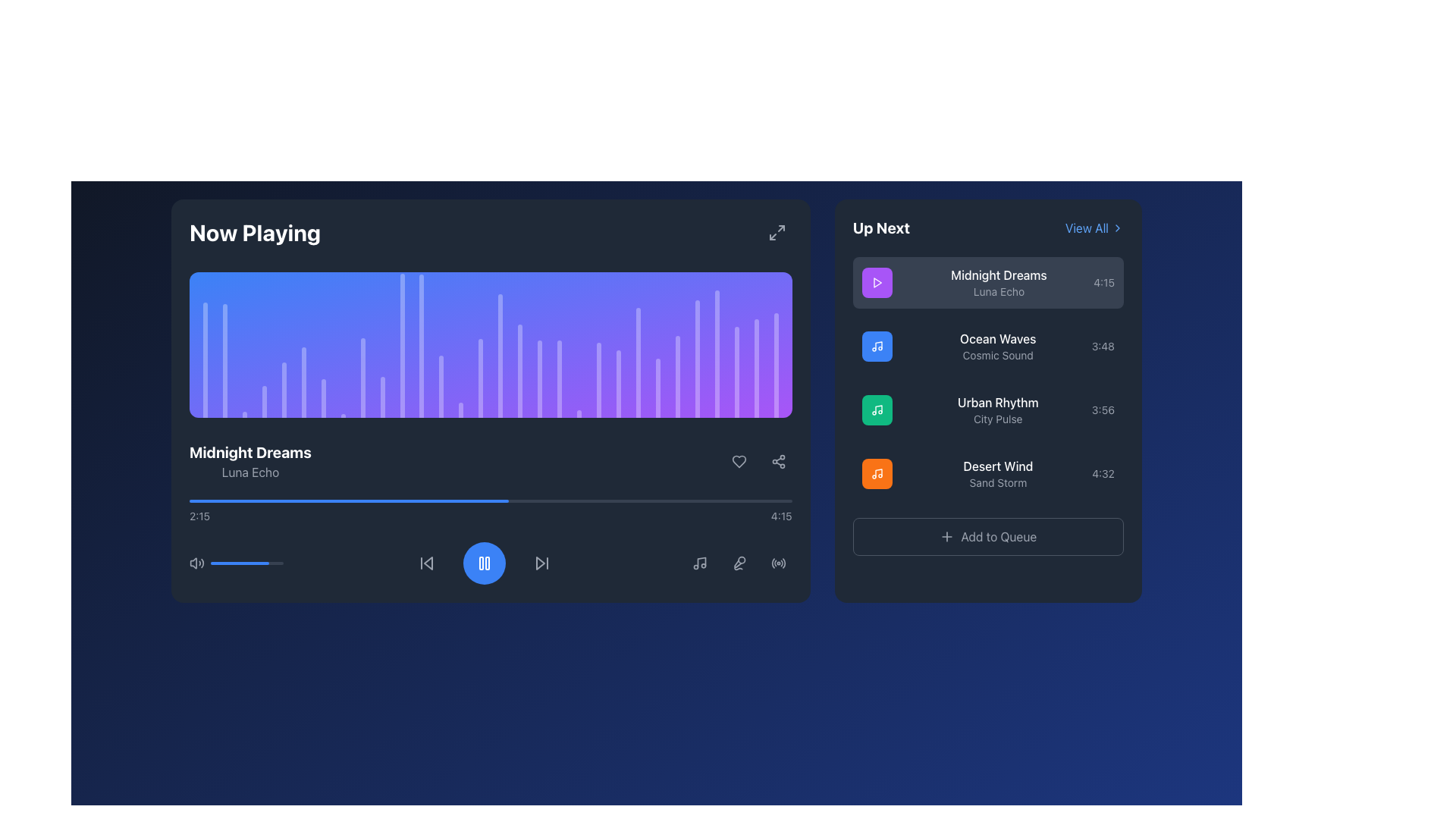  I want to click on the Progress indicator bar located in the lower-left region of the audio playback controls section, which visually represents progress or volume level, so click(239, 563).